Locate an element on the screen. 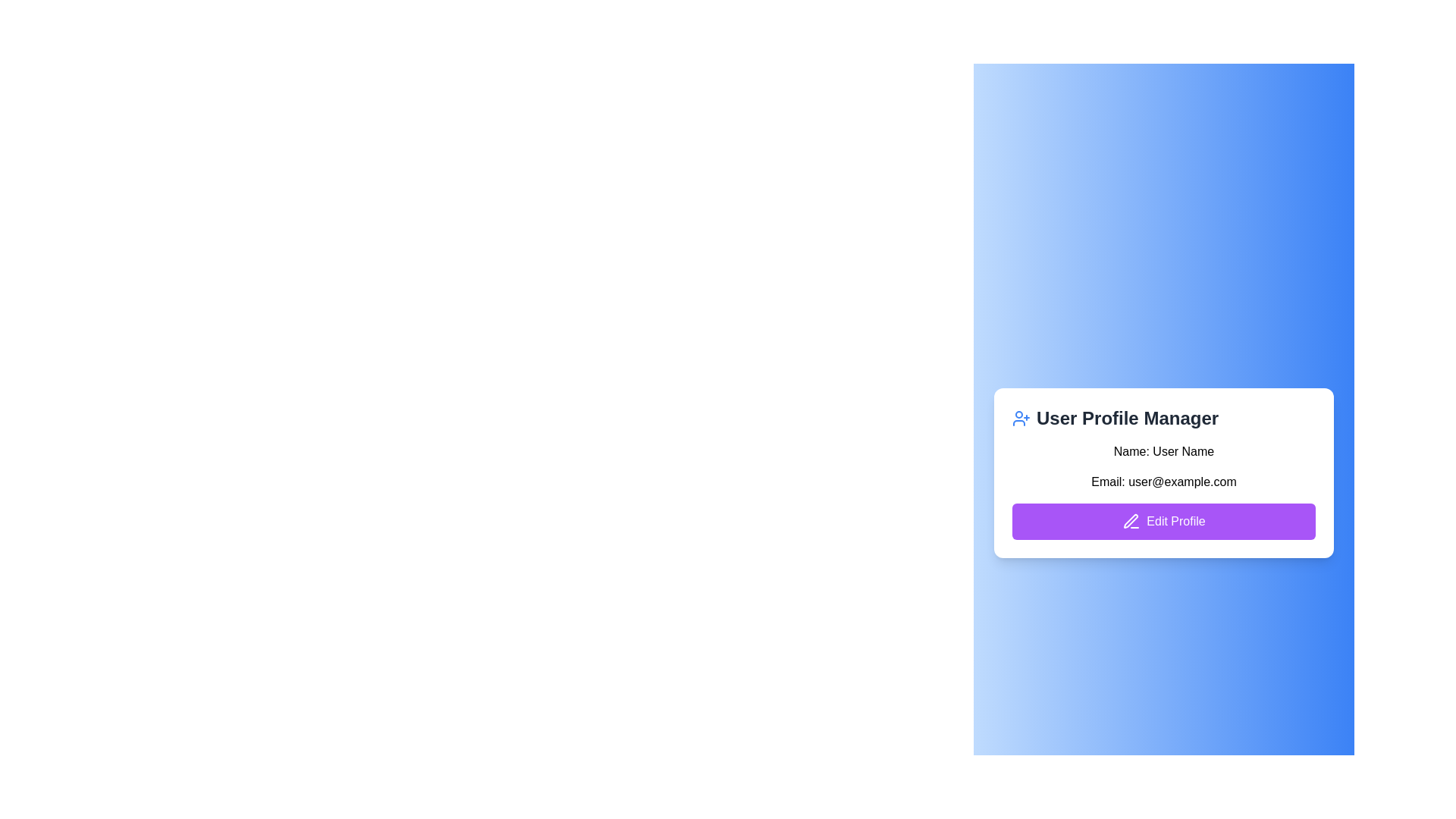 This screenshot has width=1456, height=819. the static text display element that shows the user's name and email address, located within the 'User Profile Manager' card, below the header and above the 'Edit Profile' button is located at coordinates (1163, 491).